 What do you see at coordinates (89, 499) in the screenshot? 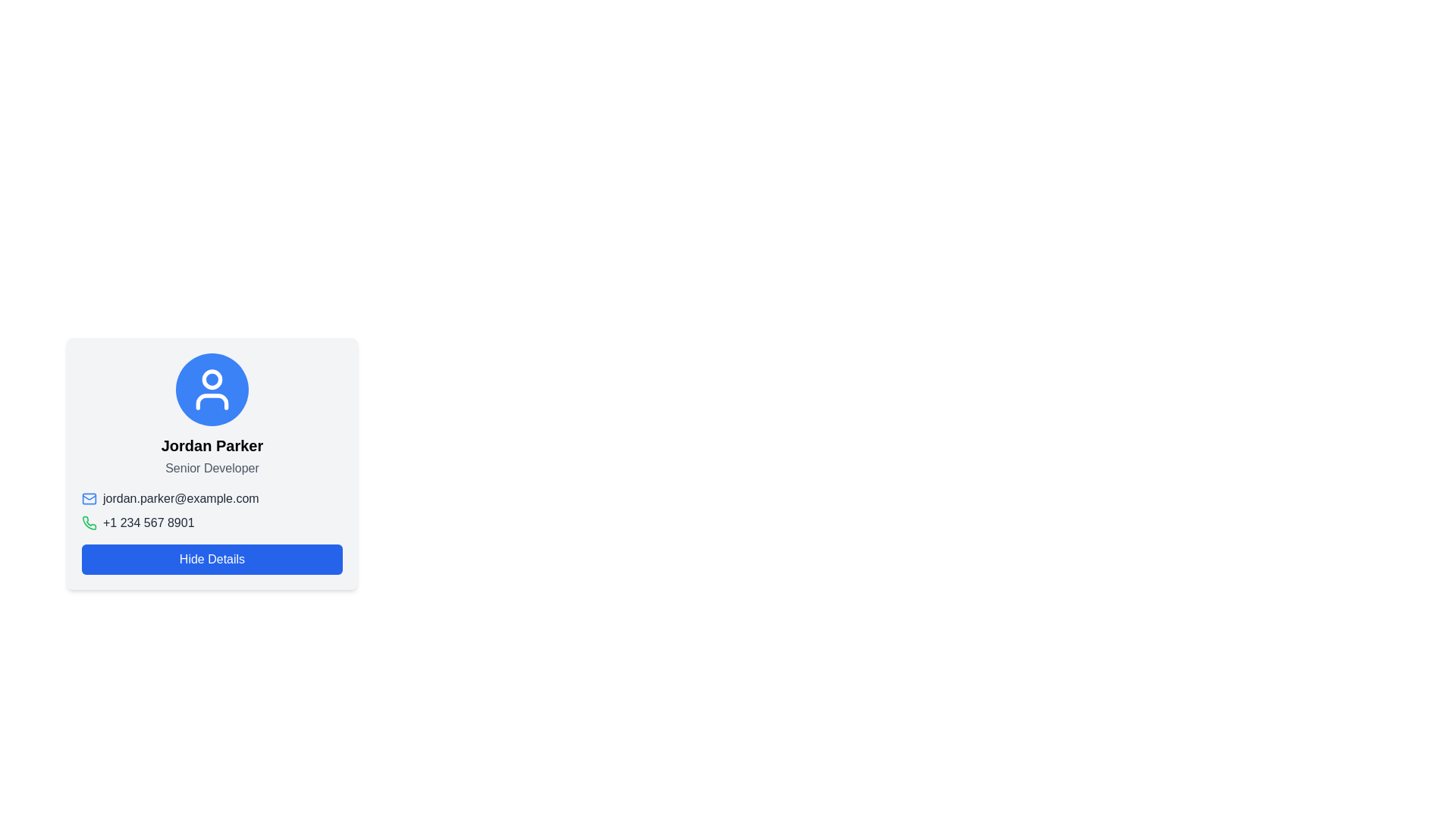
I see `the decorative icon representing the email address, located to the left of 'jordan.parker@example.com'` at bounding box center [89, 499].